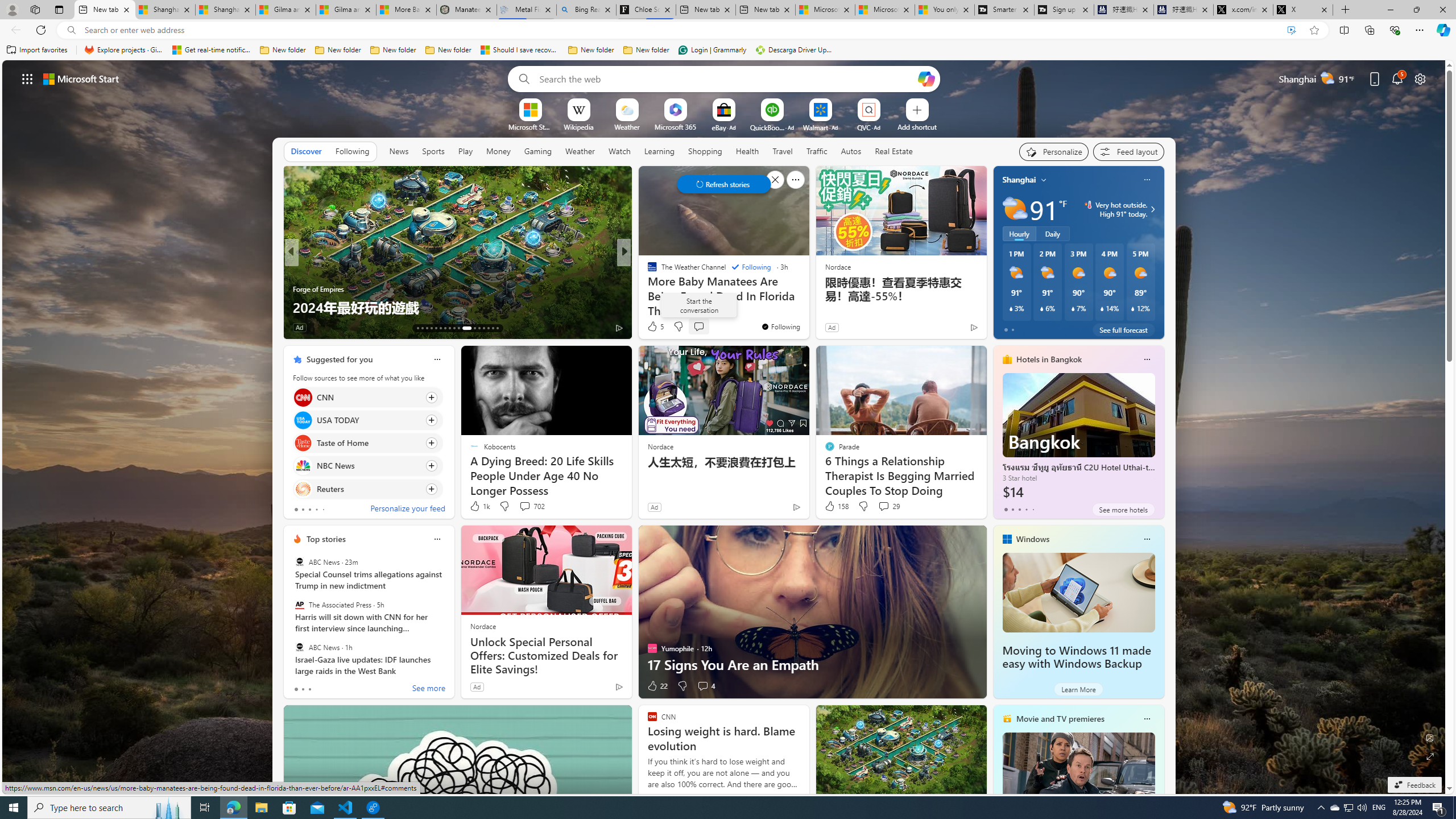  Describe the element at coordinates (705, 686) in the screenshot. I see `'View comments 4 Comment'` at that location.